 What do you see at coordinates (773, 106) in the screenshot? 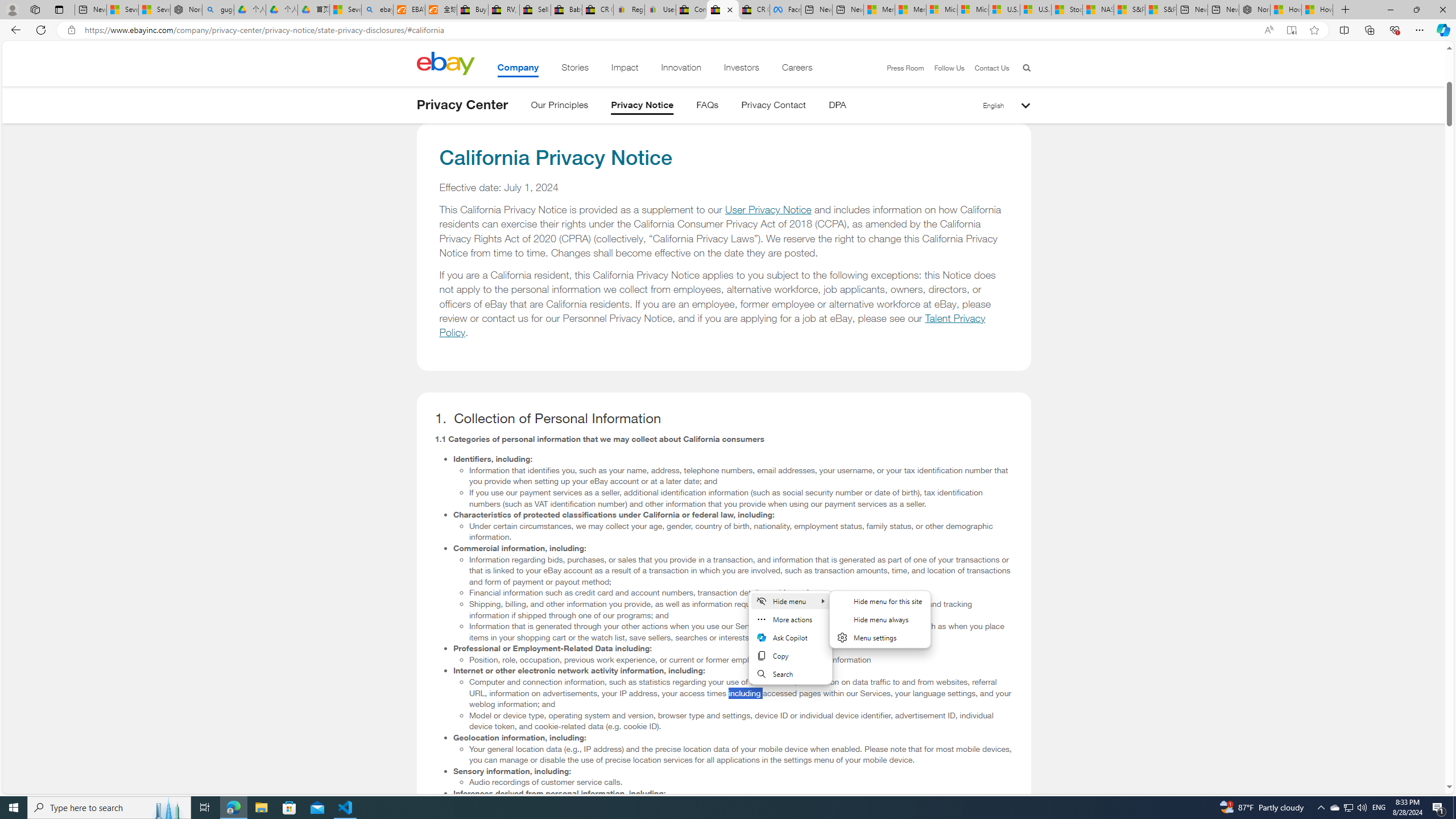
I see `'Privacy Contact'` at bounding box center [773, 106].